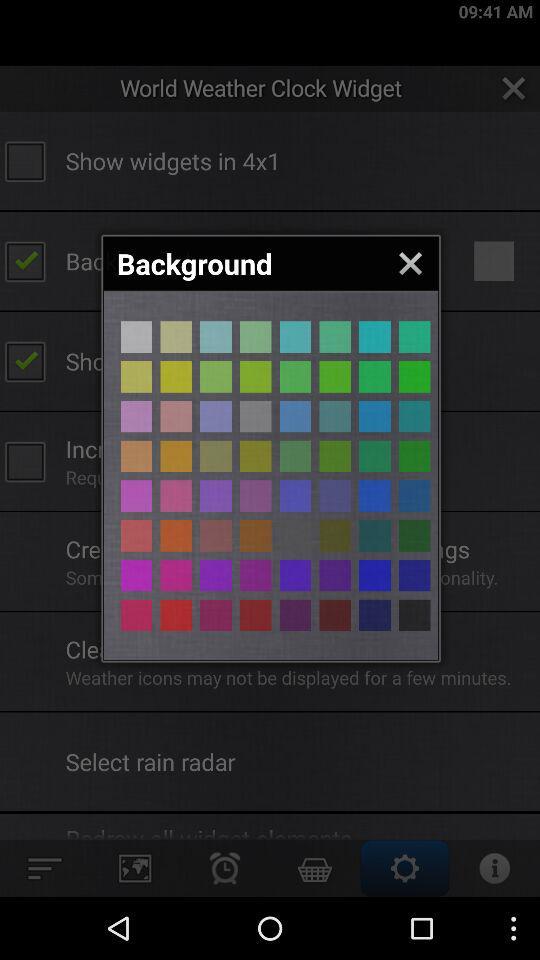 This screenshot has height=960, width=540. I want to click on background colour selection, so click(176, 534).